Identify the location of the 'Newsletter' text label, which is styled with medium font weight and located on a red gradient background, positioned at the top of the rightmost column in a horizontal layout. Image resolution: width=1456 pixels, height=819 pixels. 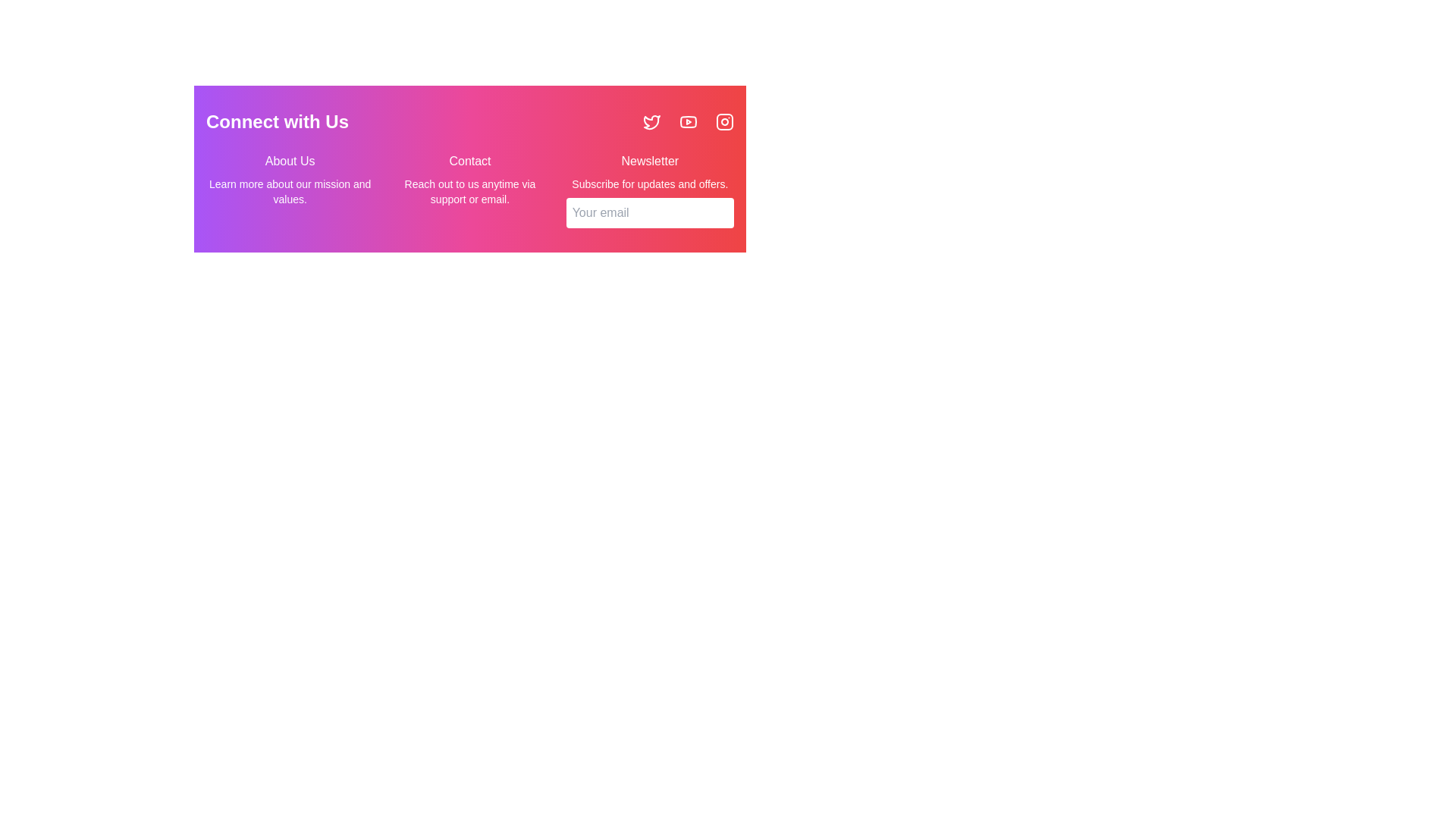
(650, 161).